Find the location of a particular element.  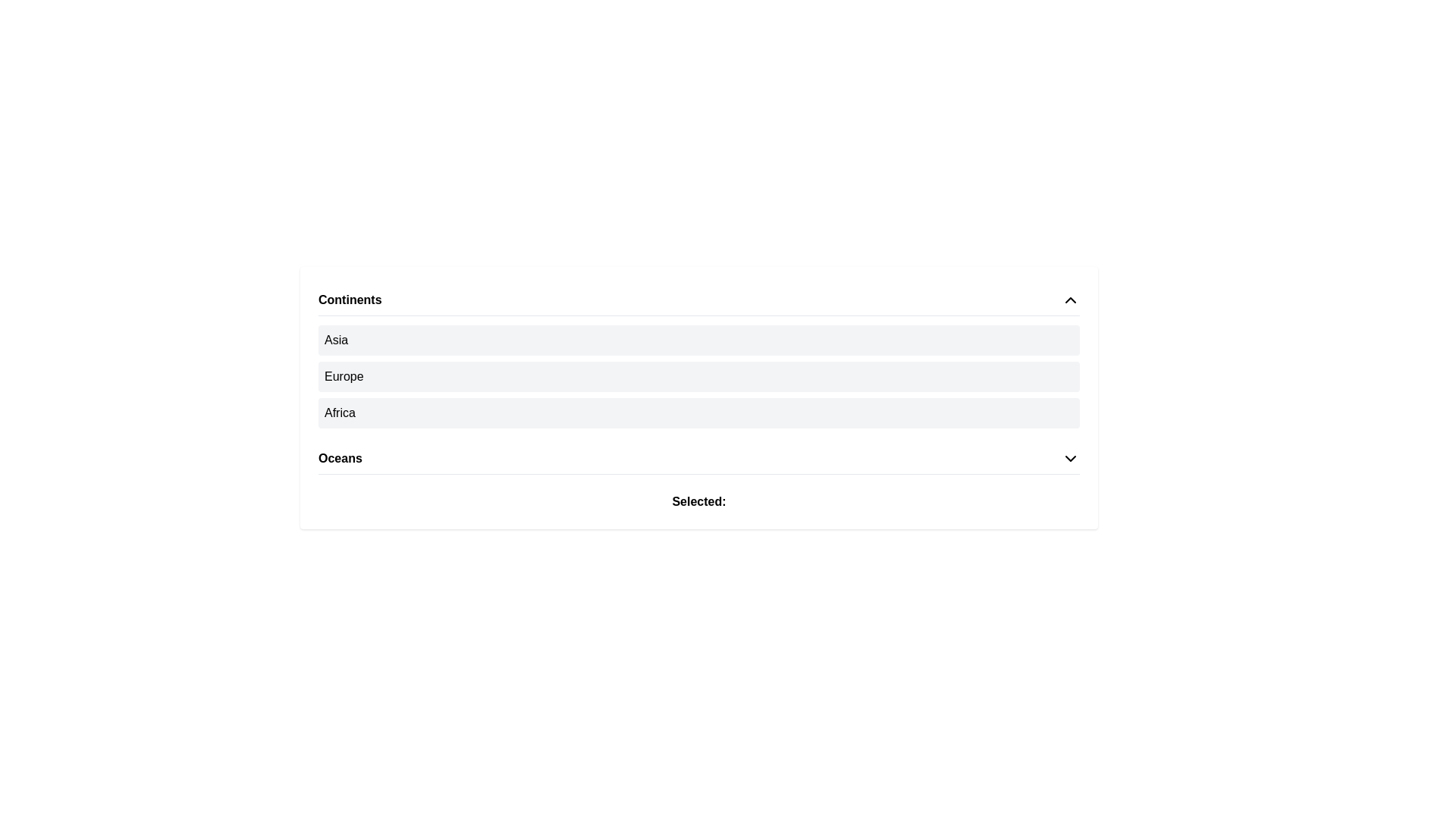

the collapsible section toggle icon located next to the 'Continents' header is located at coordinates (1069, 300).